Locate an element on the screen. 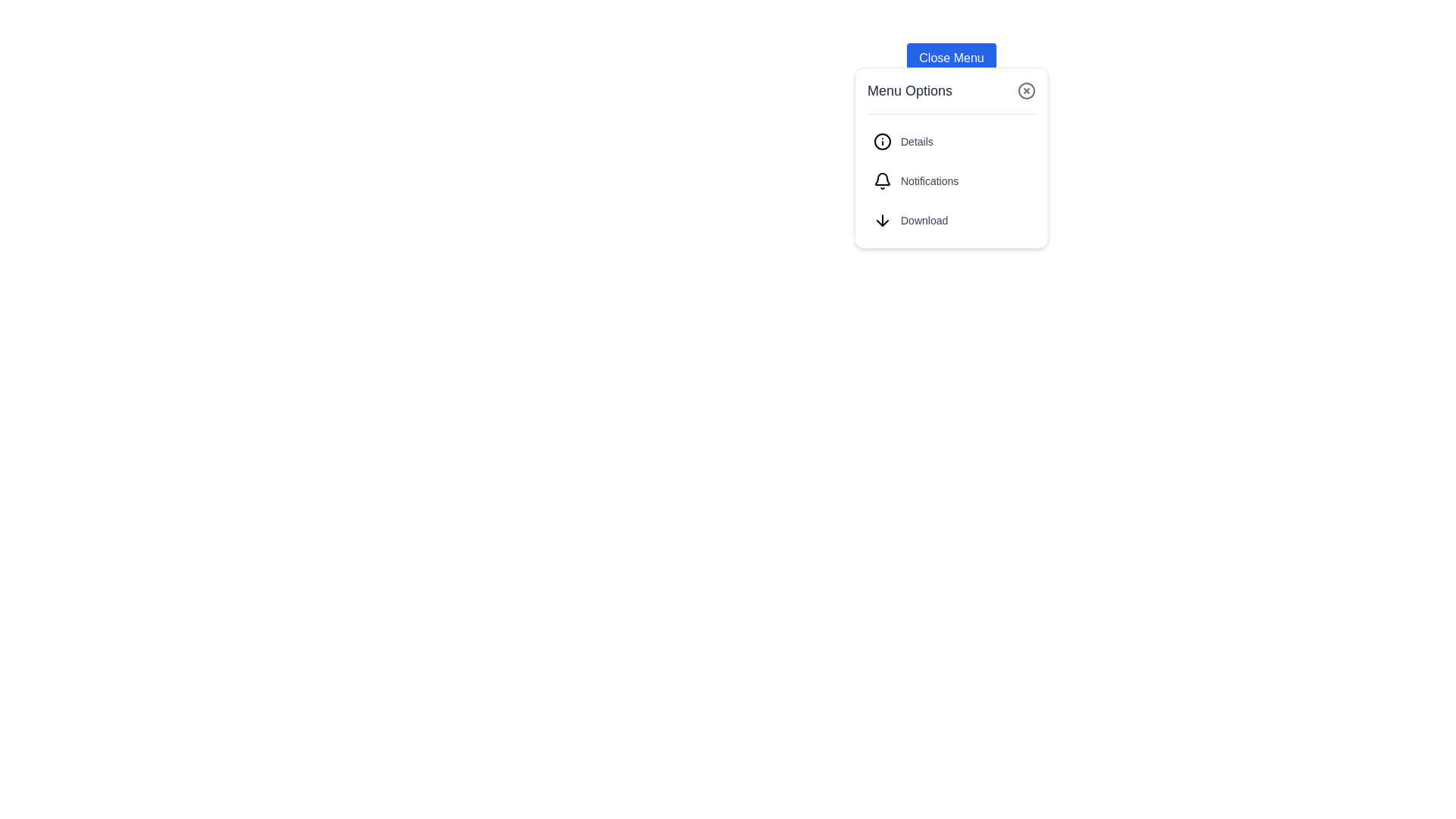 The width and height of the screenshot is (1456, 819). the 'Menu Options' text label, which displays in bold, medium-sized dark gray font at the top of the menu popup interface is located at coordinates (910, 90).